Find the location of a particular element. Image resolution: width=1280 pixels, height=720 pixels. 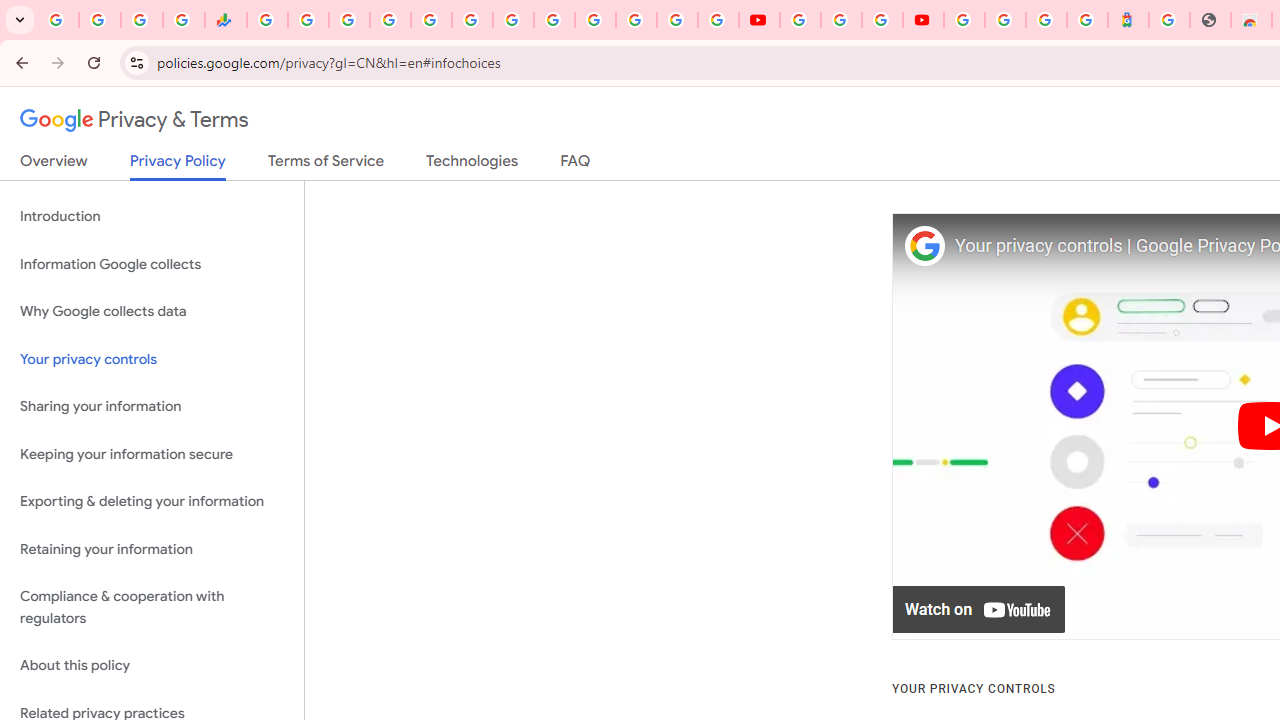

'Content Creator Programs & Opportunities - YouTube Creators' is located at coordinates (922, 20).